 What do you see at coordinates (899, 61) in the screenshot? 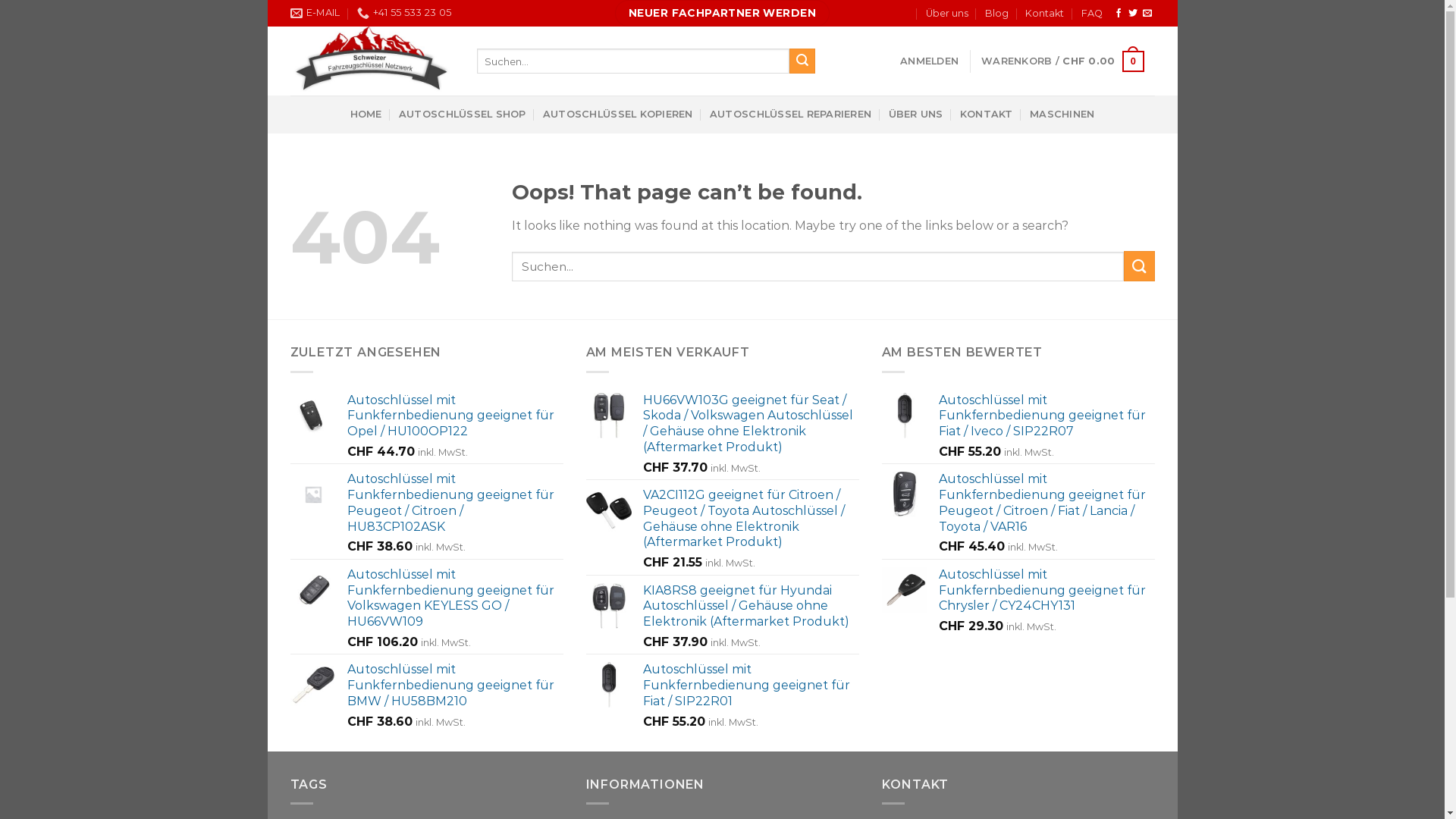
I see `'ANMELDEN'` at bounding box center [899, 61].